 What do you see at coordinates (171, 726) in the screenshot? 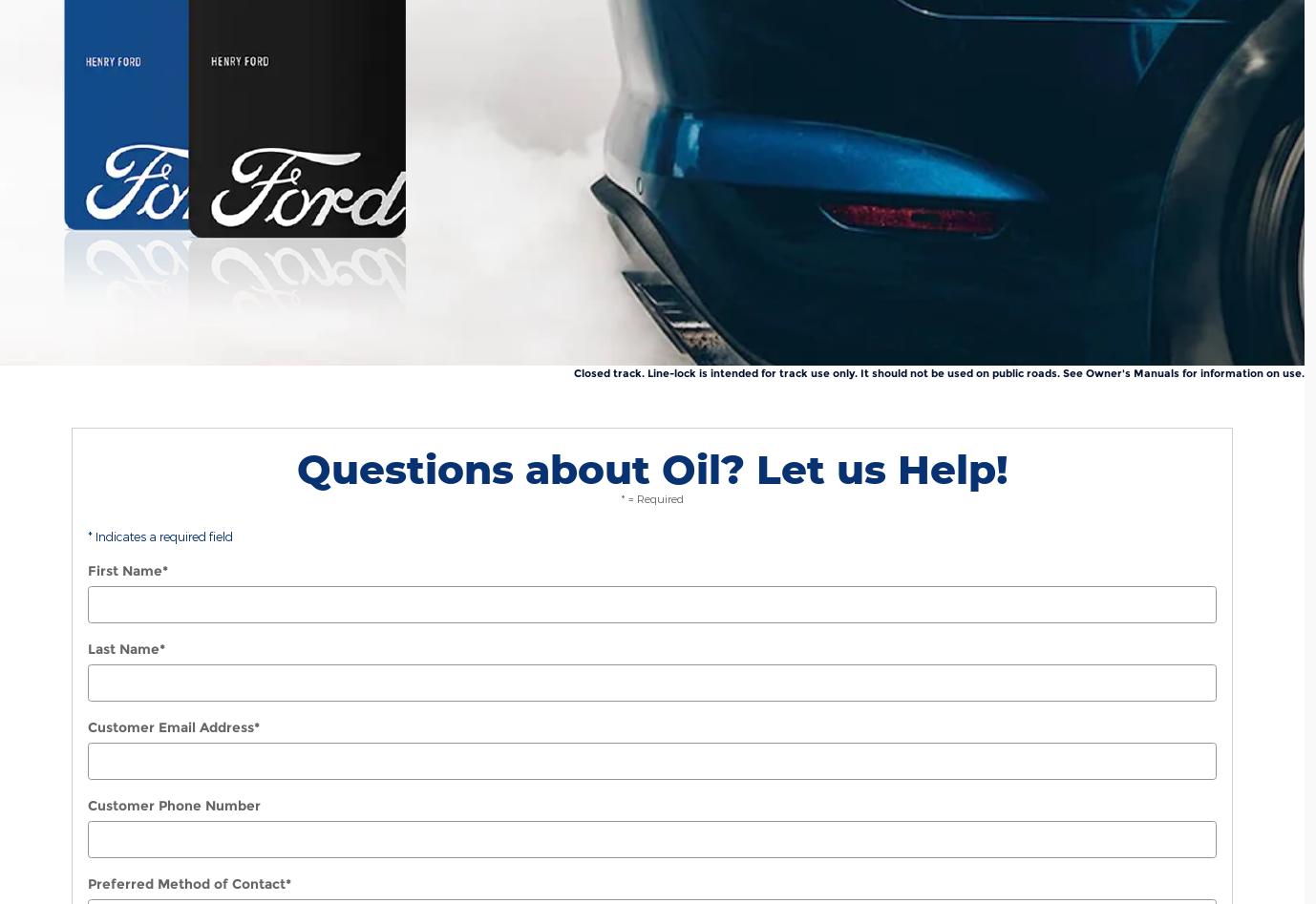
I see `'Customer Email Address'` at bounding box center [171, 726].